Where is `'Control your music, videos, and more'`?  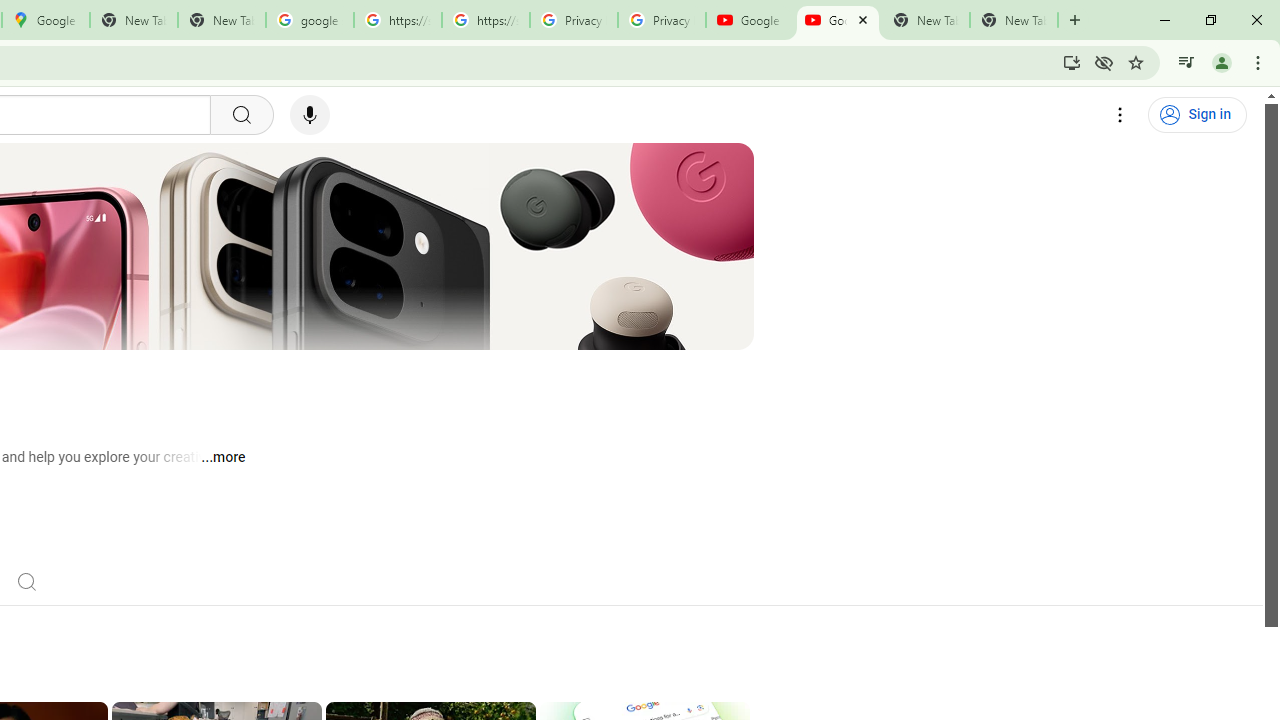
'Control your music, videos, and more' is located at coordinates (1185, 61).